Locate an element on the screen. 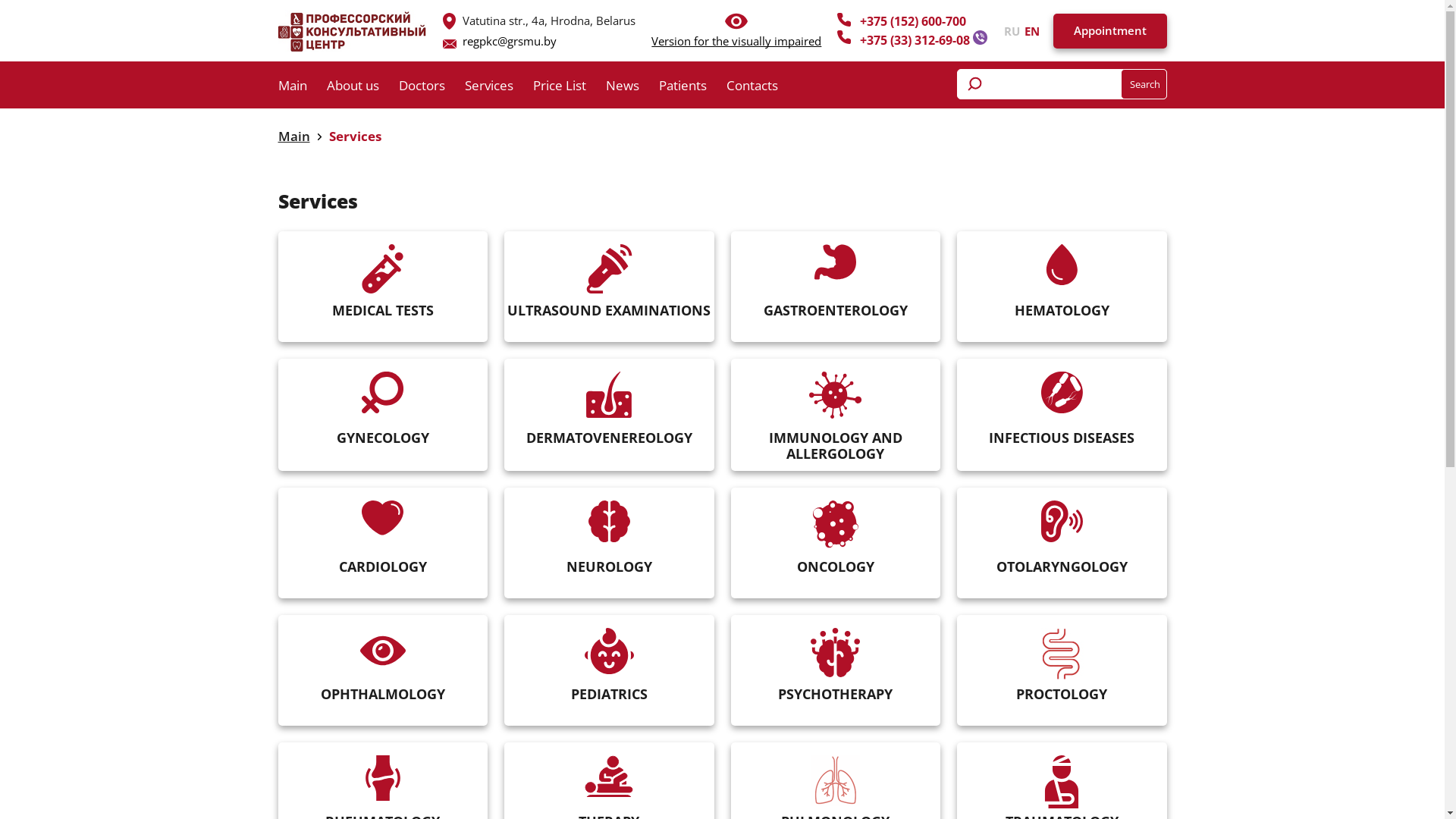 Image resolution: width=1456 pixels, height=819 pixels. 'Hematology' is located at coordinates (1044, 263).